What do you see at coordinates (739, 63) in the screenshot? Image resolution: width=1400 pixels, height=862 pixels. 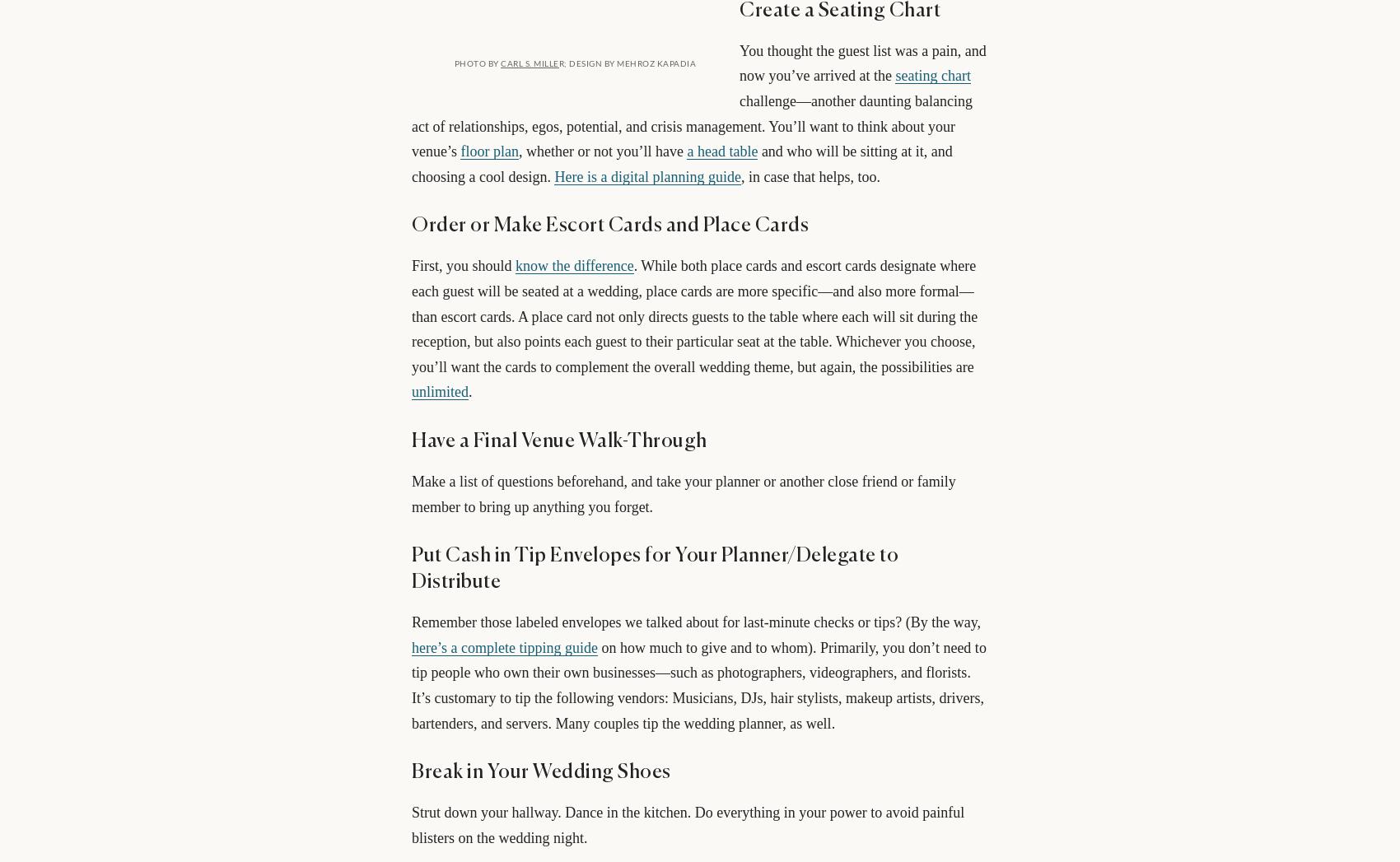 I see `'You thought the guest list was a pain, and now you’ve arrived at the'` at bounding box center [739, 63].